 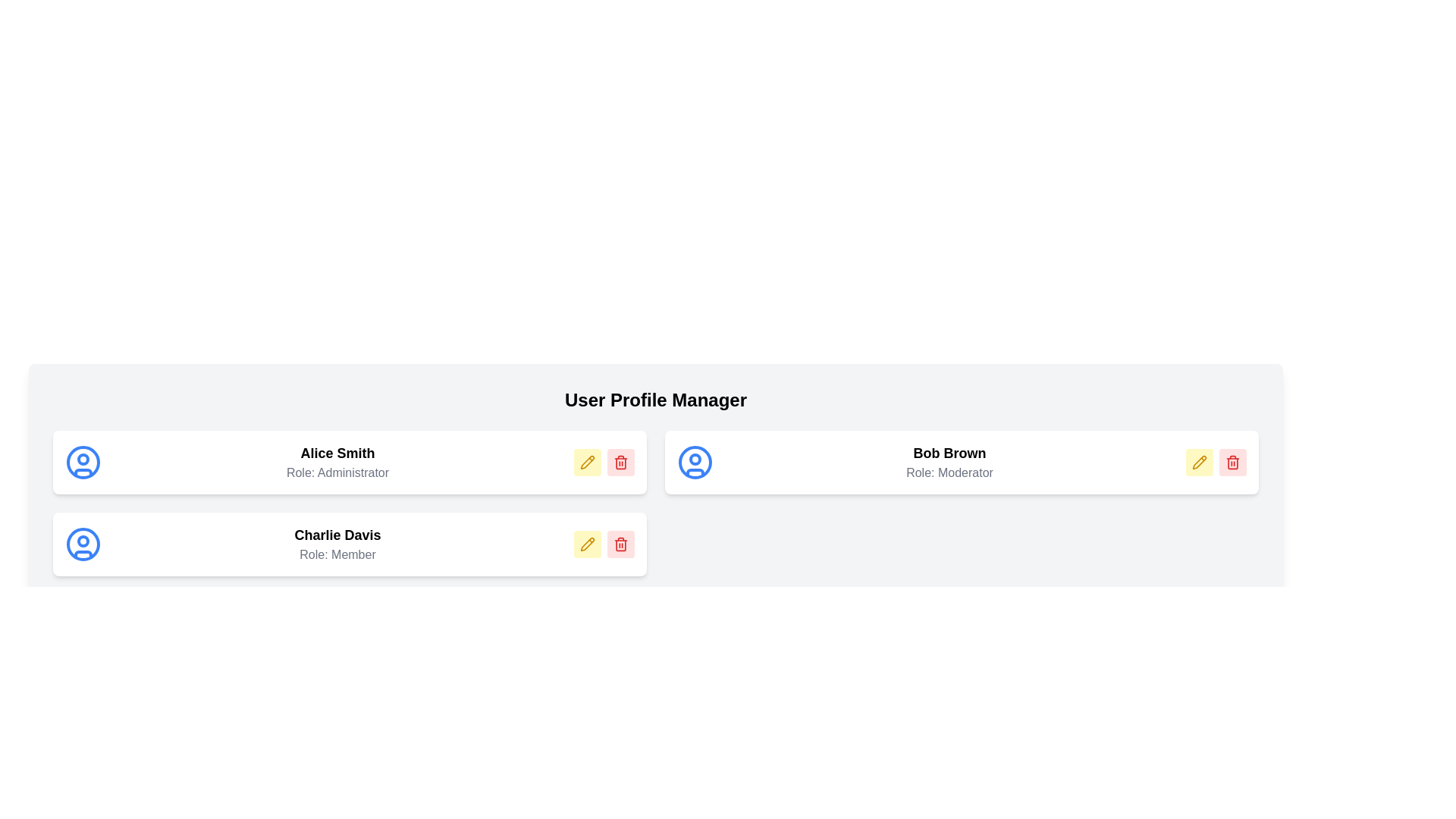 What do you see at coordinates (694, 461) in the screenshot?
I see `the user profile icon located at the top right card of the interface next to the text 'Bob Brown Role: Moderator'` at bounding box center [694, 461].